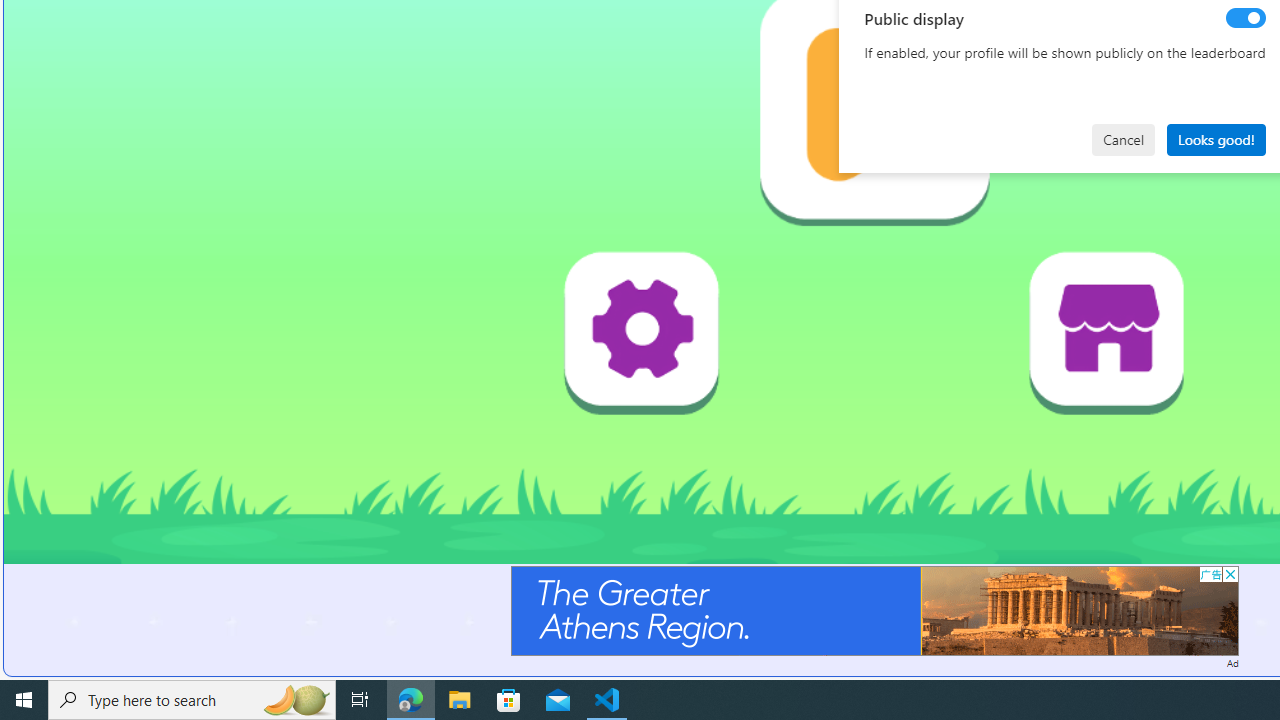 This screenshot has height=720, width=1280. What do you see at coordinates (1229, 574) in the screenshot?
I see `'AutomationID: cbb'` at bounding box center [1229, 574].